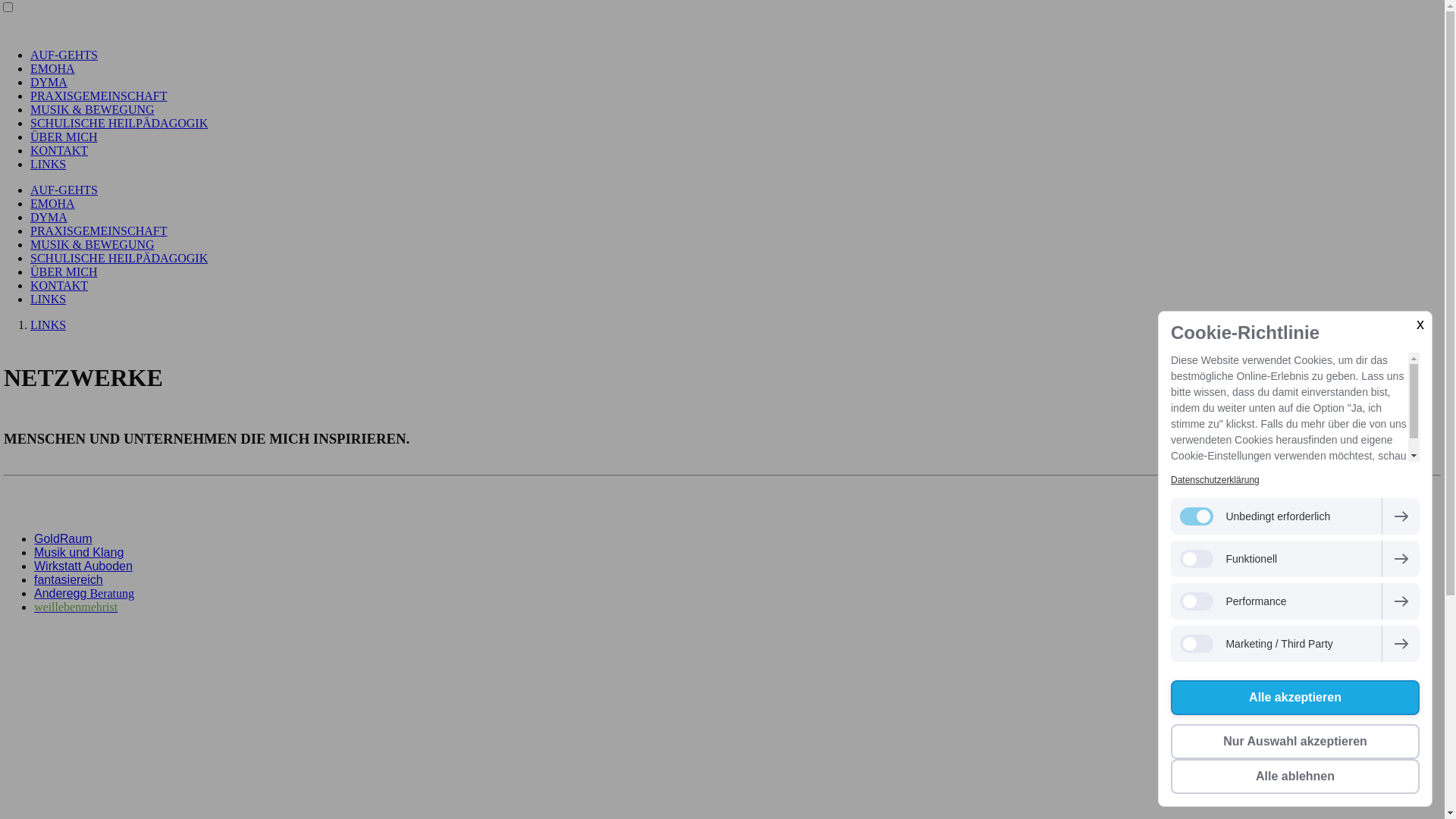 The width and height of the screenshot is (1456, 819). I want to click on 'Wirkstatt Auboden', so click(83, 566).